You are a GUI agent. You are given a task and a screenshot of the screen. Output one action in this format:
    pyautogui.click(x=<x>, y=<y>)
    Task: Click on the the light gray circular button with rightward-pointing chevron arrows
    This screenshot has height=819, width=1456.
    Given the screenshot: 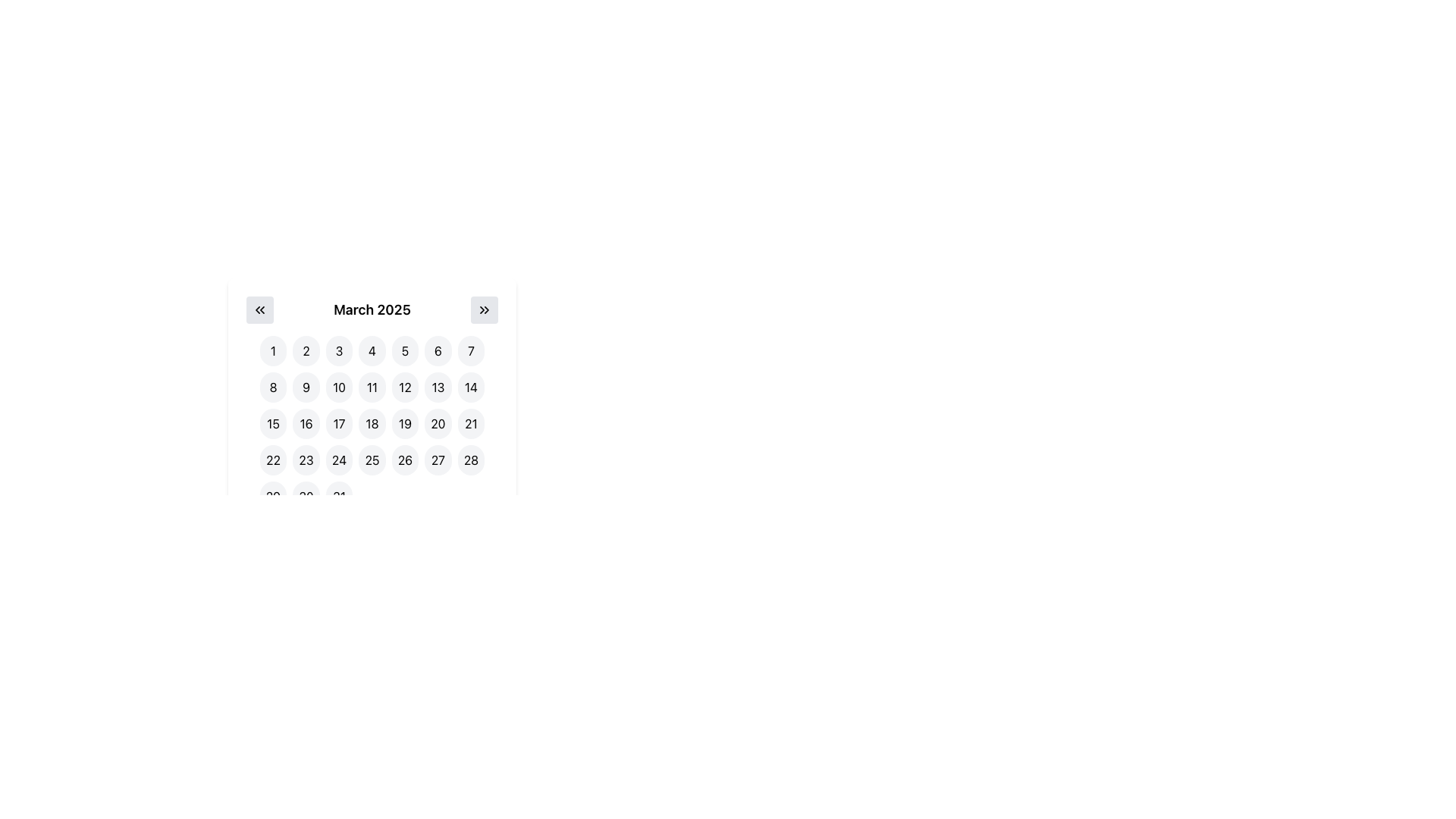 What is the action you would take?
    pyautogui.click(x=483, y=309)
    